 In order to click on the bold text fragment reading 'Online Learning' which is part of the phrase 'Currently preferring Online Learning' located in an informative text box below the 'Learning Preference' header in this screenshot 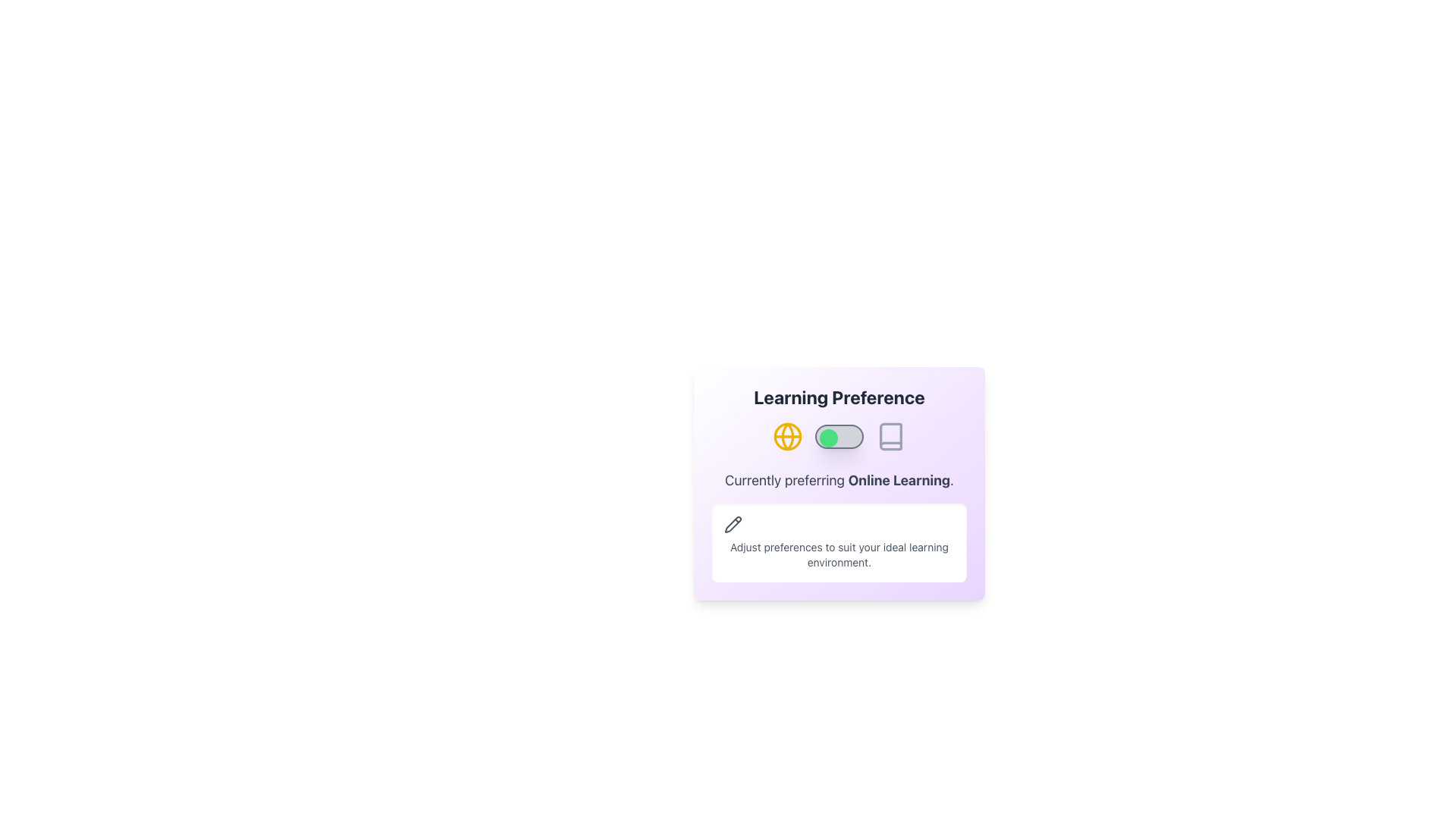, I will do `click(899, 480)`.